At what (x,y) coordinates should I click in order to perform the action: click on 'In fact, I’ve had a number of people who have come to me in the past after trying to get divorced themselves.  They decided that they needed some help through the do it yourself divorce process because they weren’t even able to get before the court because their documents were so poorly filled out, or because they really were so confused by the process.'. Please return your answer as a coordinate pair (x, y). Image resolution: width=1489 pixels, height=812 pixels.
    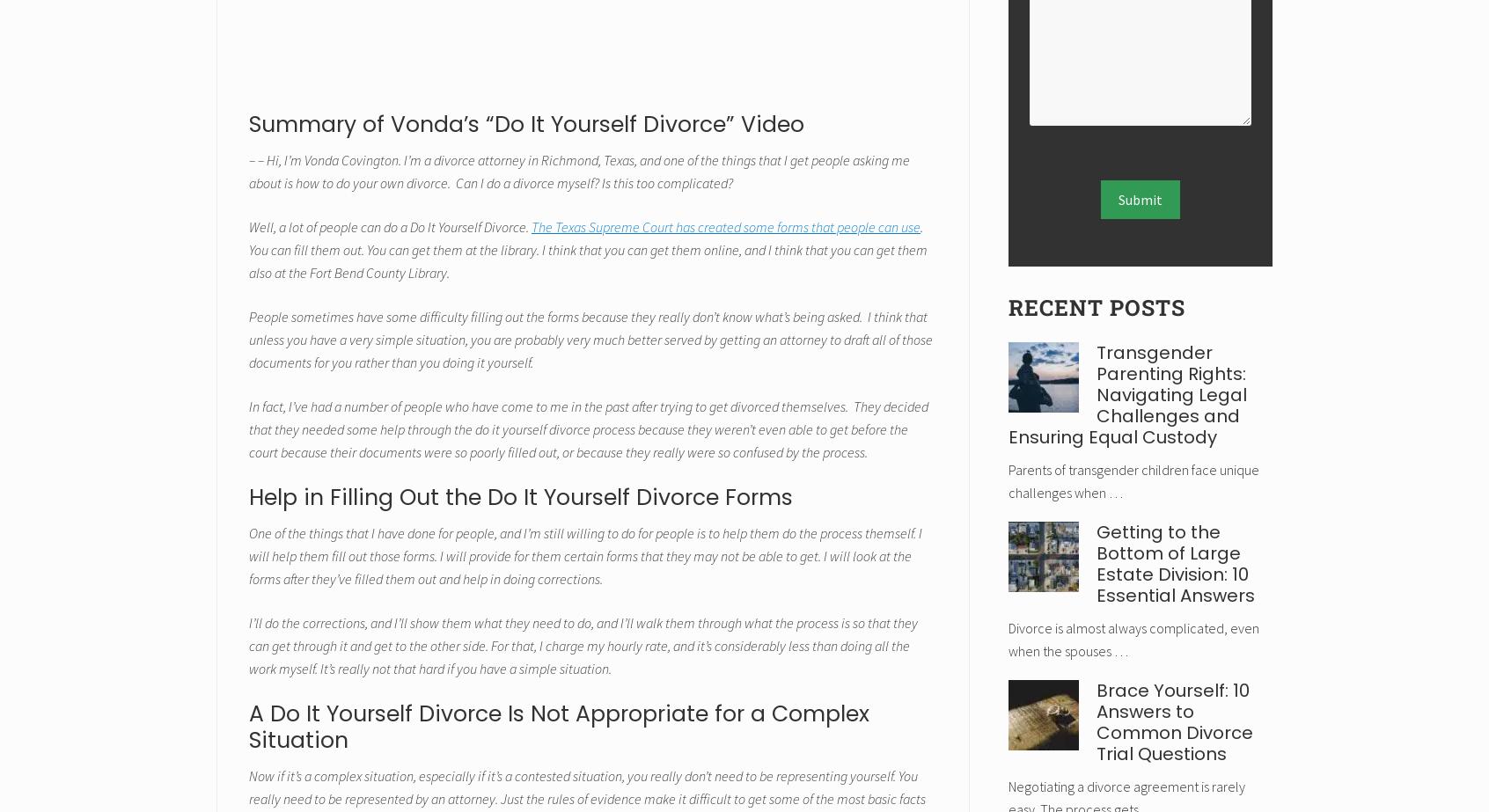
    Looking at the image, I should click on (589, 427).